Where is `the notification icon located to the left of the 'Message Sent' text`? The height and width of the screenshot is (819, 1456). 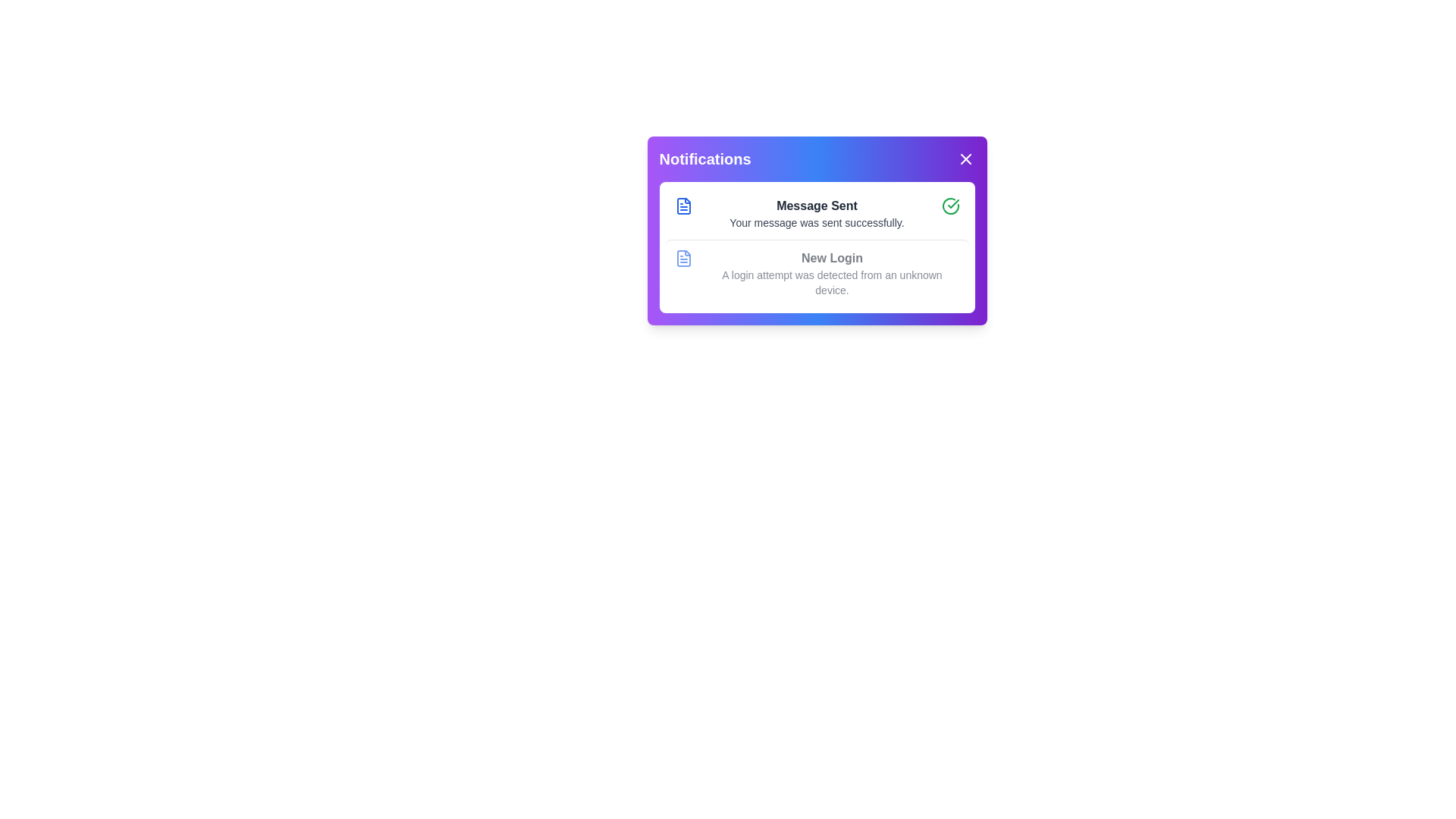 the notification icon located to the left of the 'Message Sent' text is located at coordinates (682, 206).